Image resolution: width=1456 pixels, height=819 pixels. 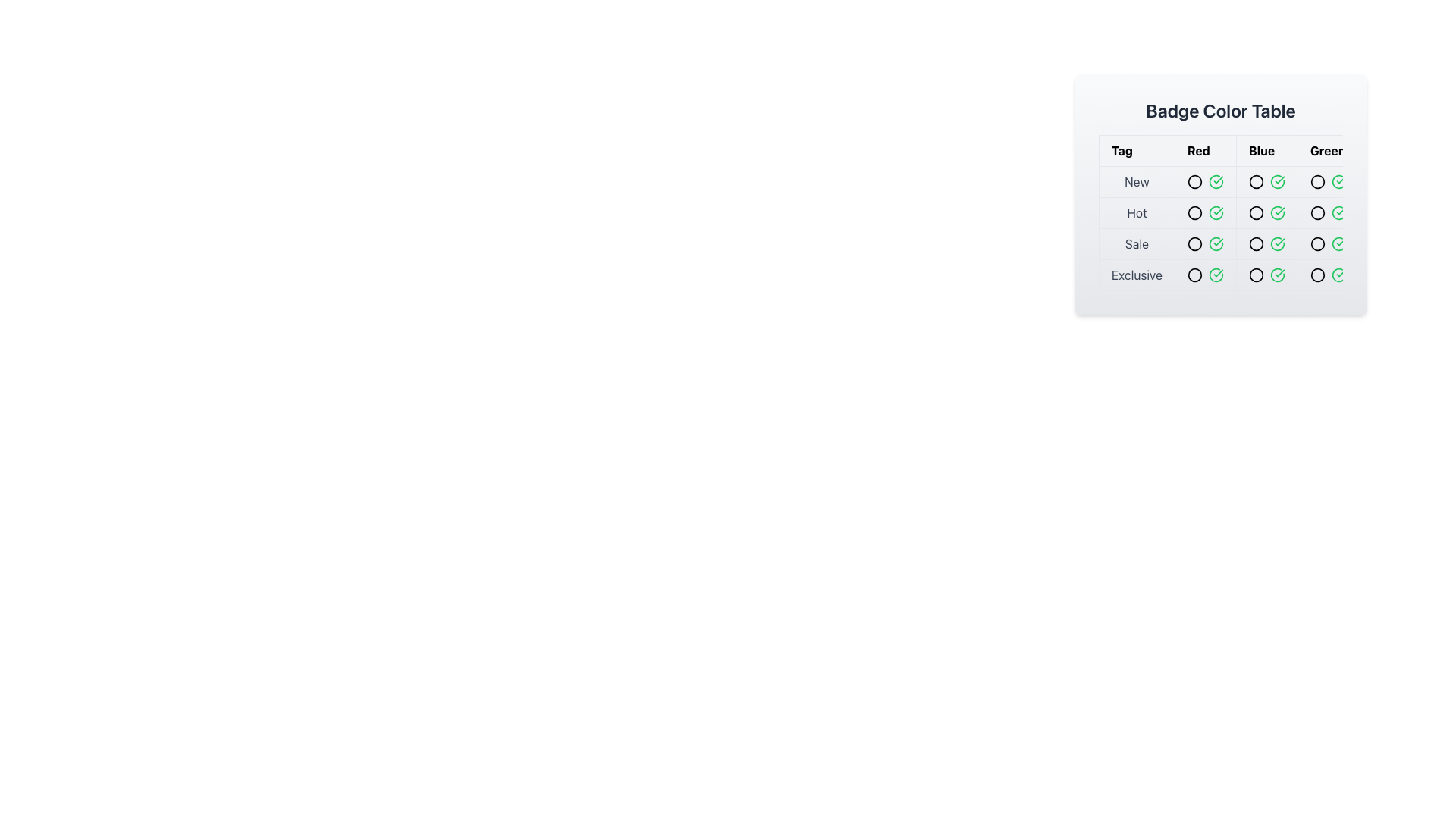 I want to click on the circular icon representing the 'Blue' badge status in the 'Sale' row of the 'Badge Color Table', so click(x=1256, y=243).